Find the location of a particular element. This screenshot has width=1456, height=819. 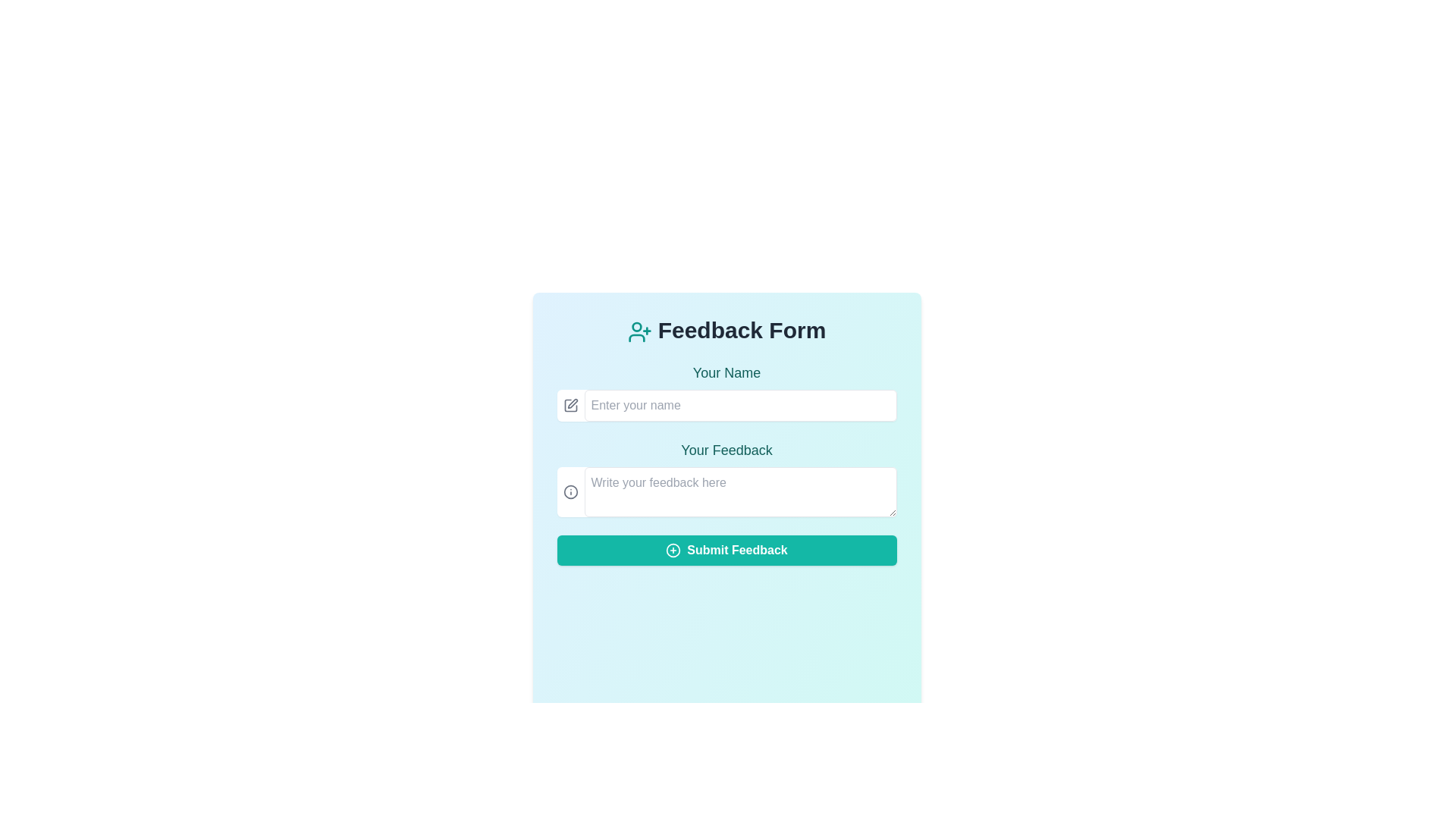

the informational or status indicator icon located to the left of the 'Your Feedback' text input field in the feedback form interface is located at coordinates (570, 492).